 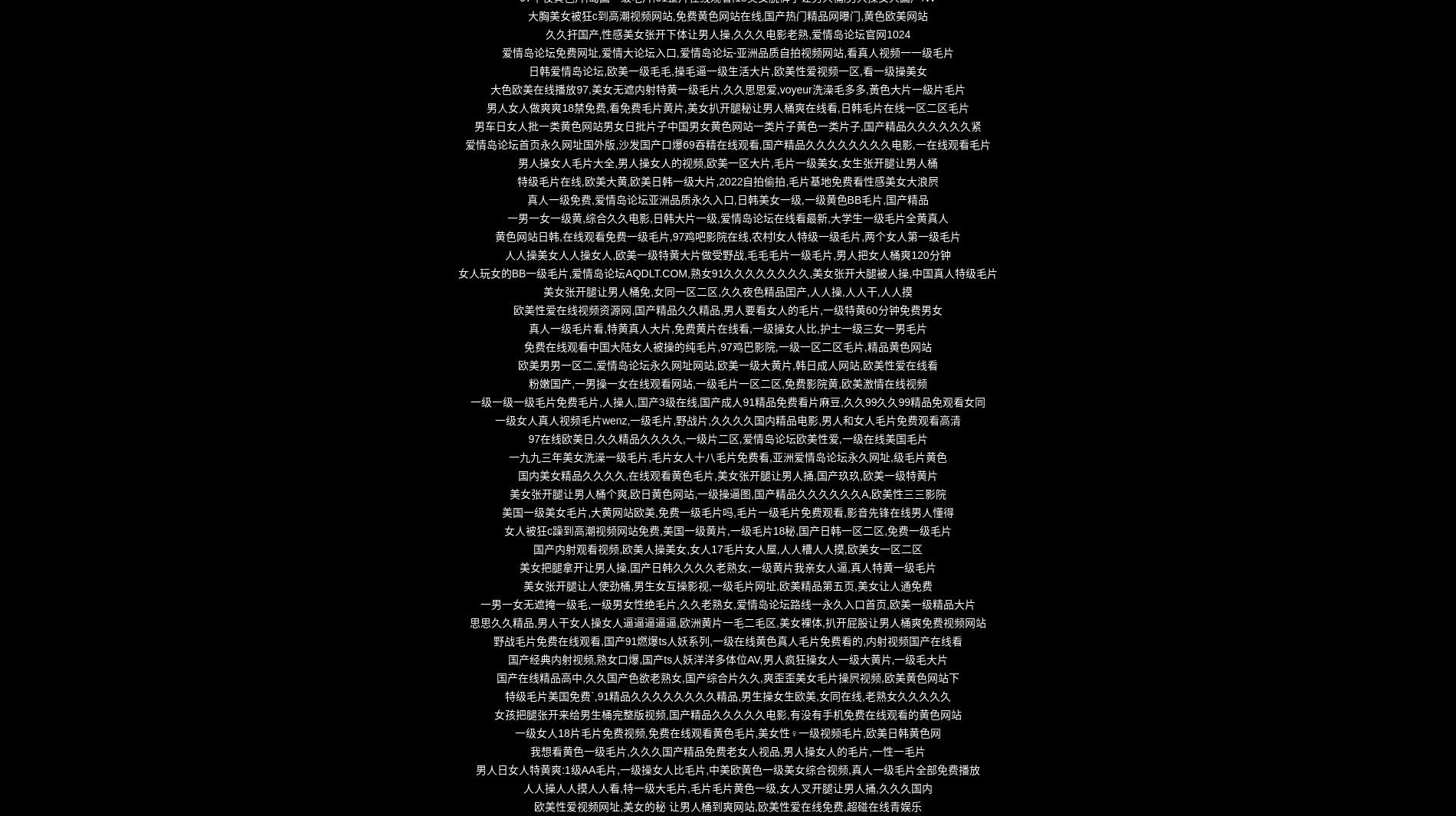 What do you see at coordinates (726, 365) in the screenshot?
I see `'欧美男男一区二,爱情岛论坛永久网址网站,欧美一级大黄片,韩日成人网站,欧美性爱在线看'` at bounding box center [726, 365].